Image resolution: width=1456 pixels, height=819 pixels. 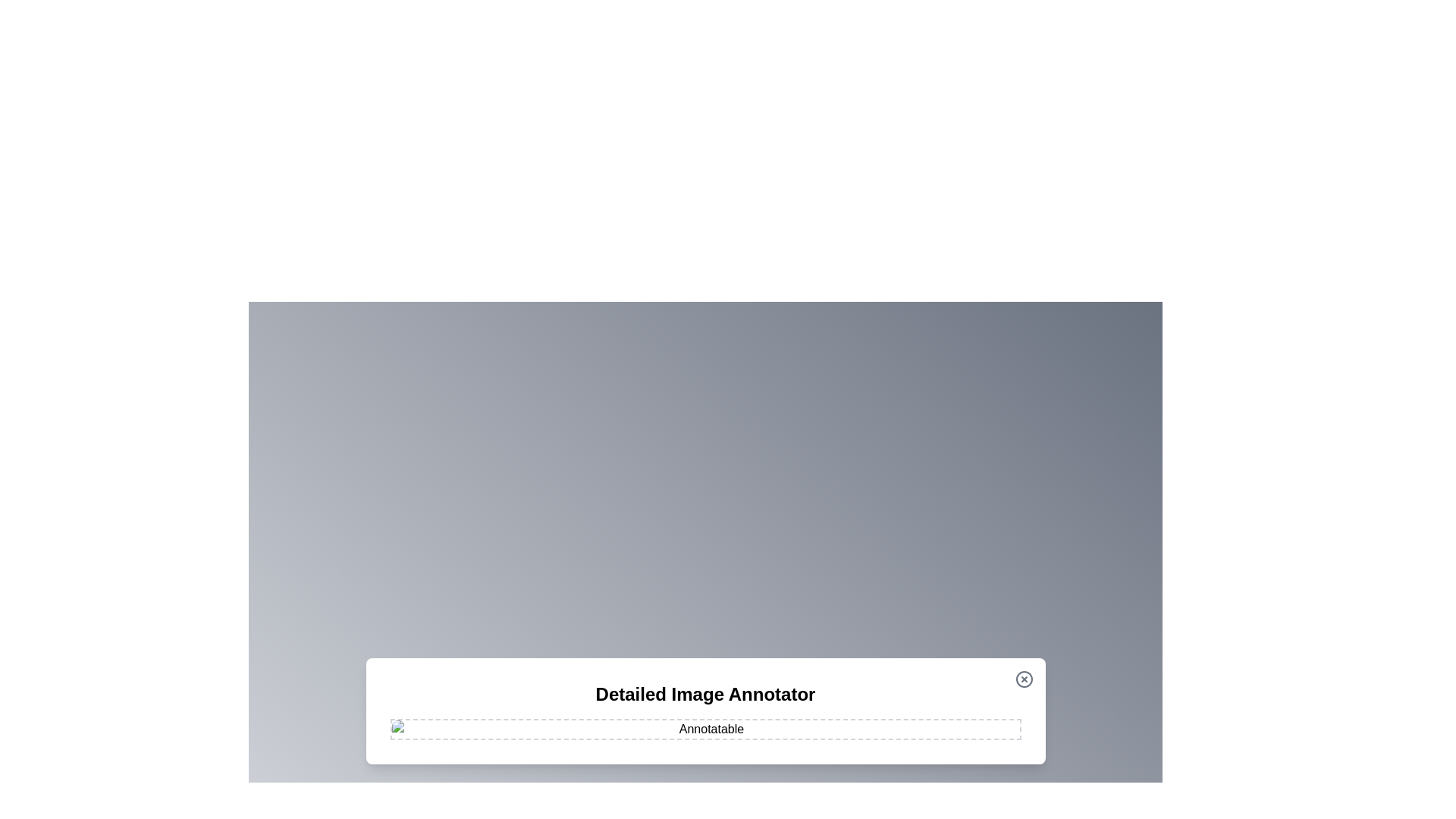 I want to click on the image at coordinates (1249, 958) to add an annotation, so click(x=946, y=725).